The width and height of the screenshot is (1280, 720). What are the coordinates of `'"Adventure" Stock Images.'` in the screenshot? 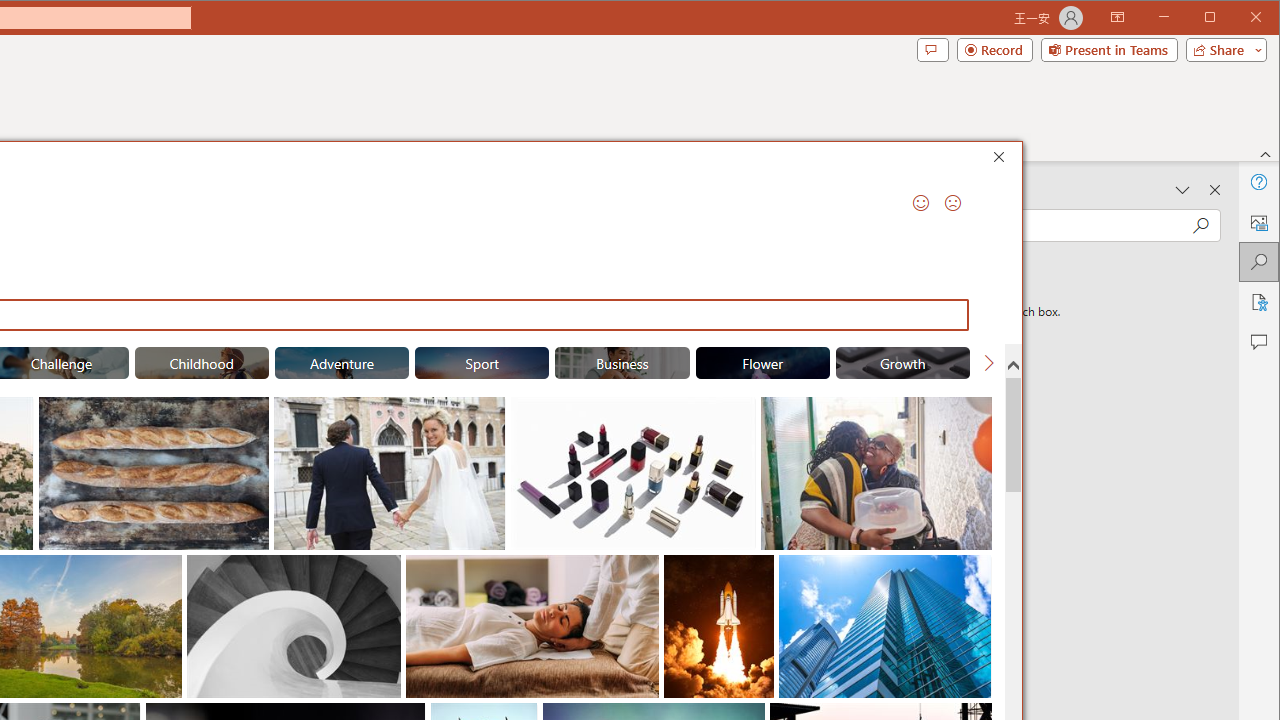 It's located at (342, 362).